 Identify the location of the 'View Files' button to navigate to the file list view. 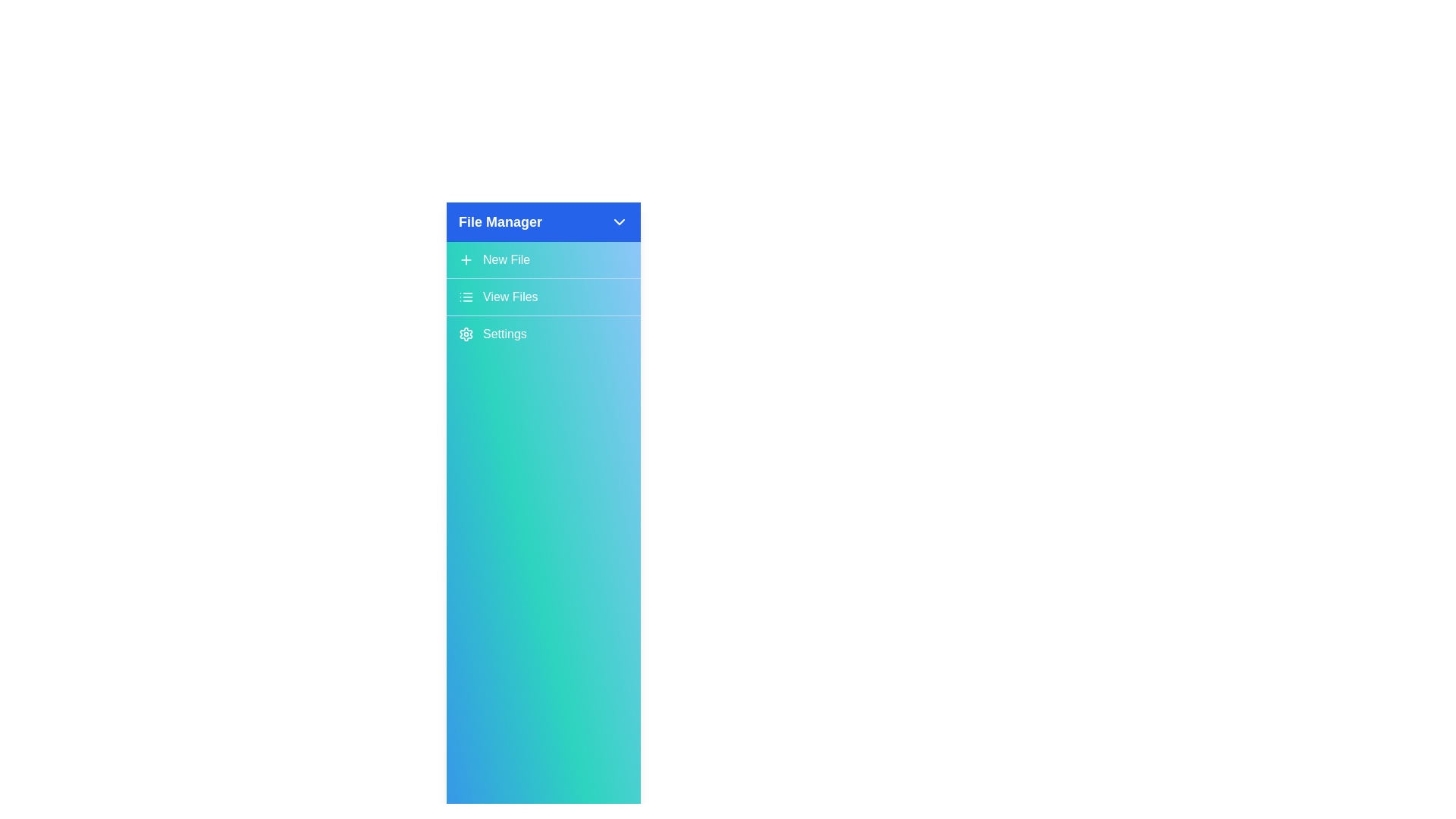
(543, 297).